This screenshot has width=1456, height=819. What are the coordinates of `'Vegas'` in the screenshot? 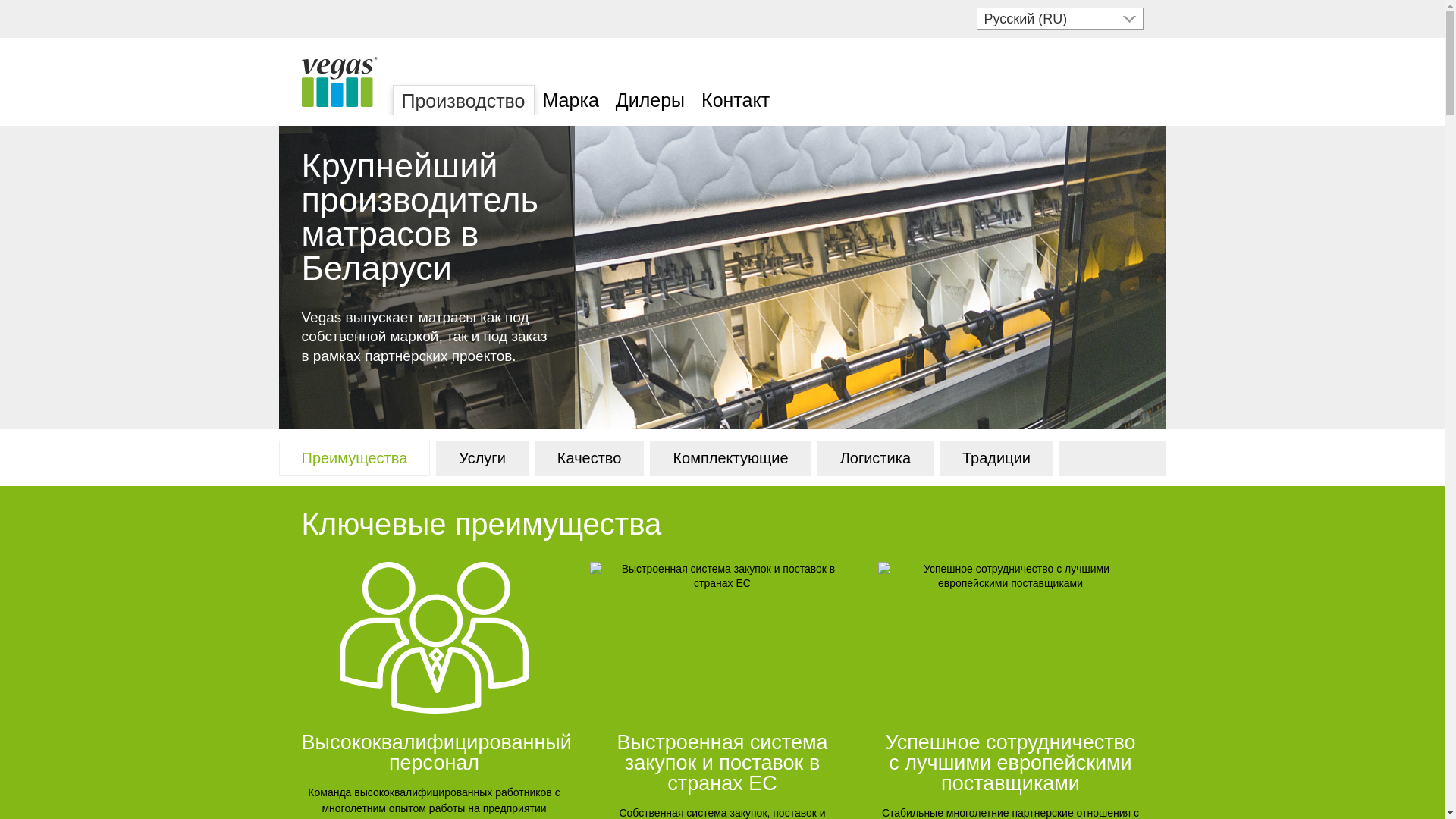 It's located at (338, 82).